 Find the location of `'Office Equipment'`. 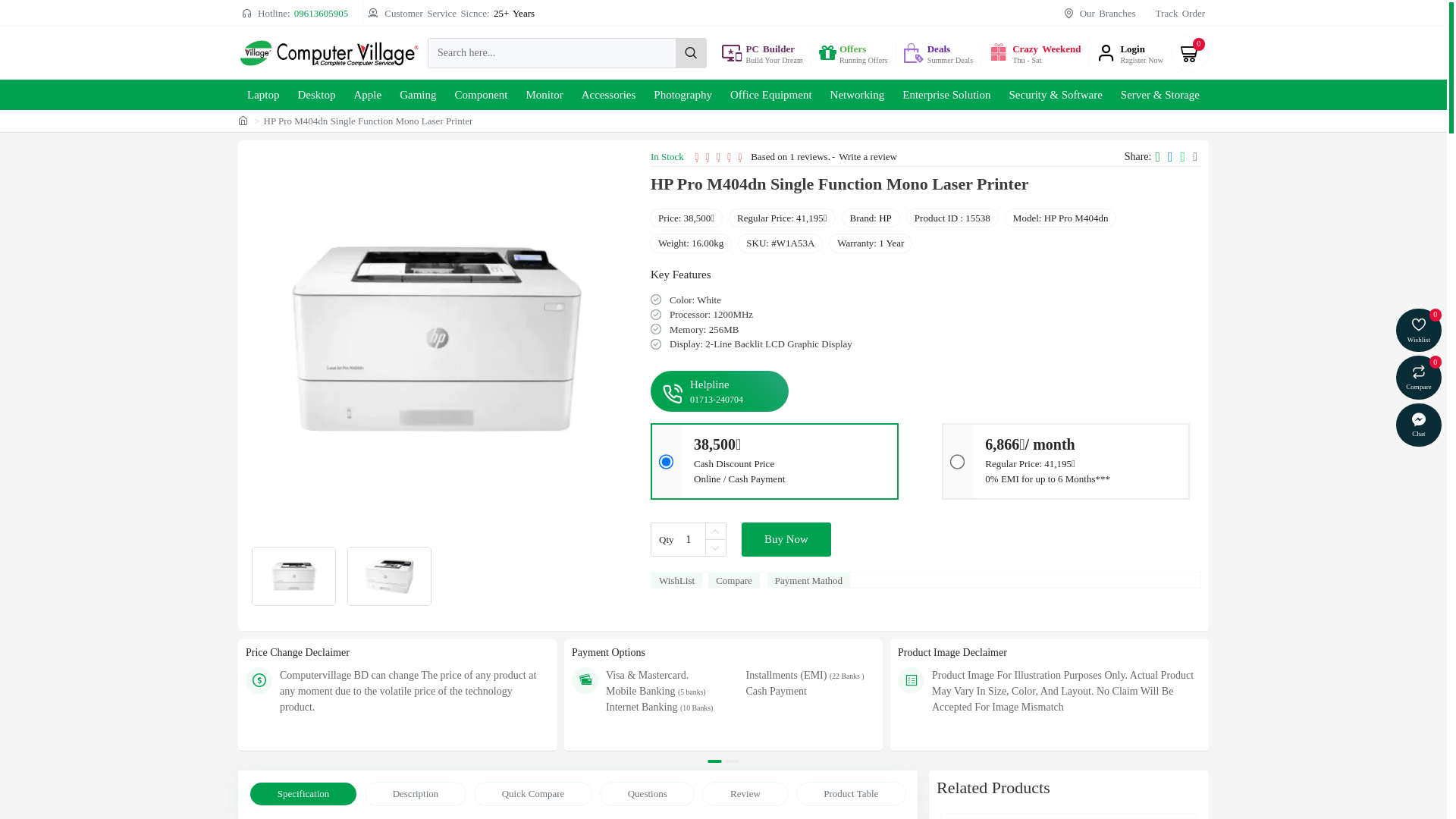

'Office Equipment' is located at coordinates (771, 94).